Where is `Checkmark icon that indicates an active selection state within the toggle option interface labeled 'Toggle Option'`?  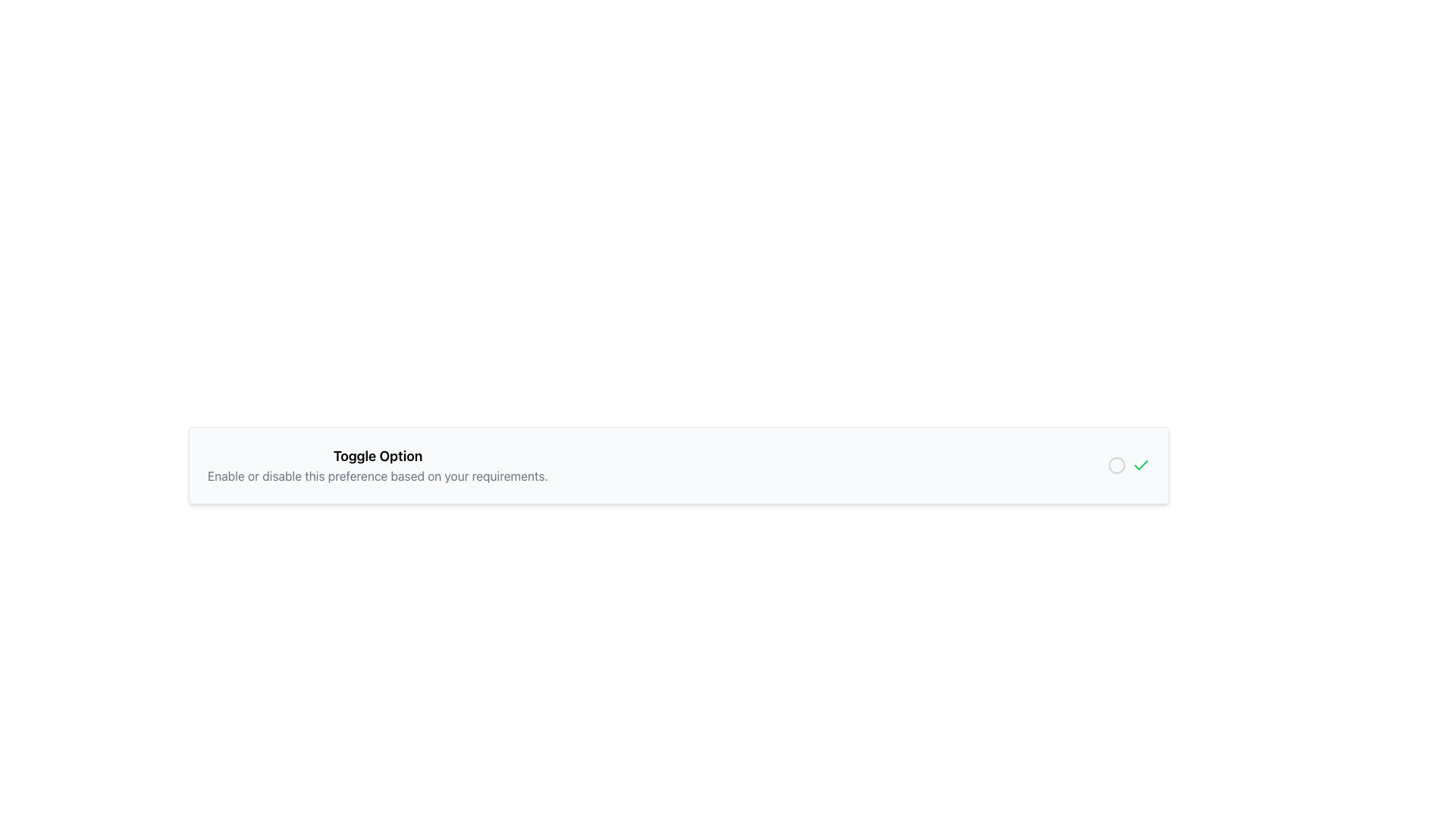
Checkmark icon that indicates an active selection state within the toggle option interface labeled 'Toggle Option' is located at coordinates (1141, 464).